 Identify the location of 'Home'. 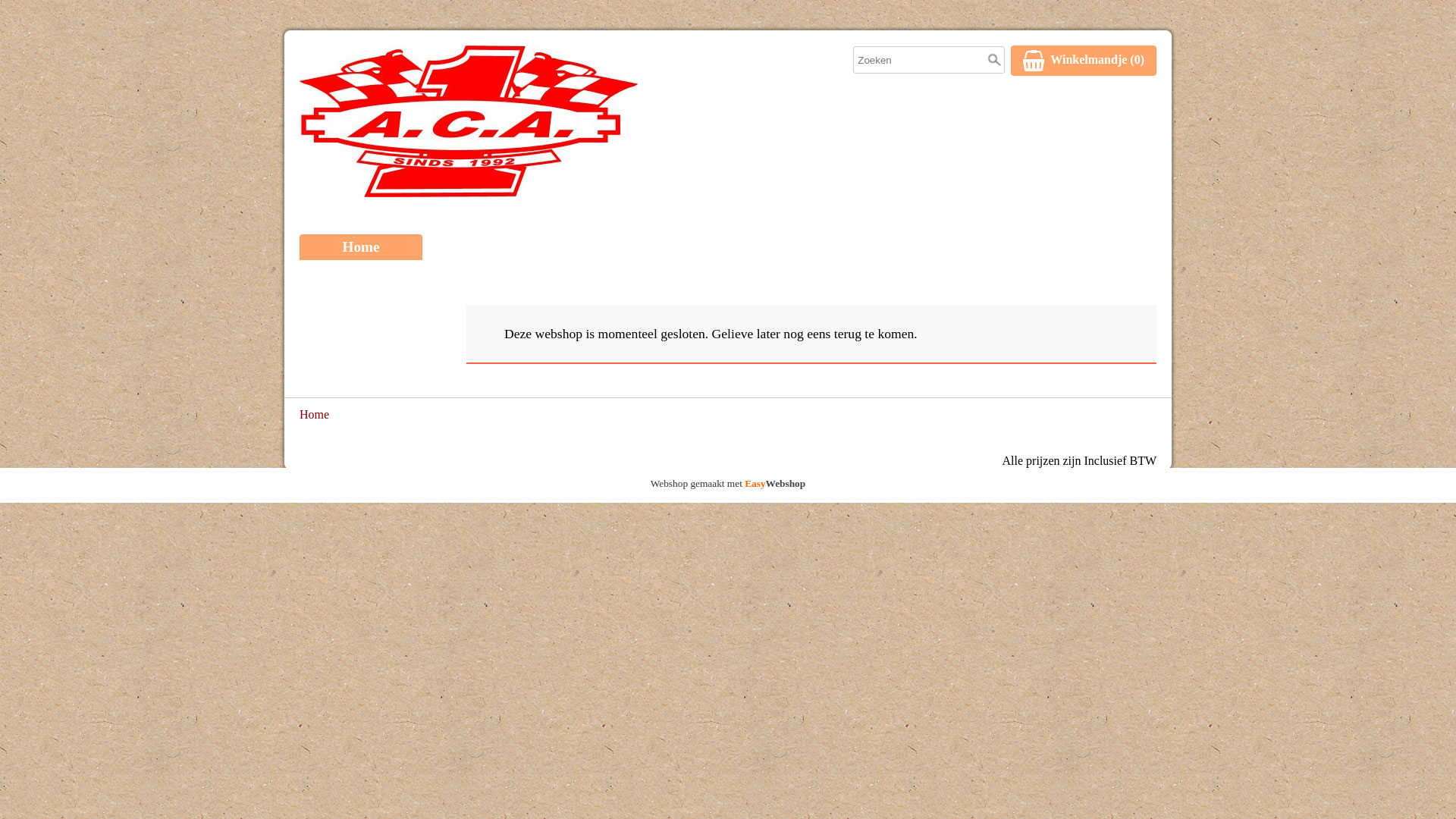
(313, 415).